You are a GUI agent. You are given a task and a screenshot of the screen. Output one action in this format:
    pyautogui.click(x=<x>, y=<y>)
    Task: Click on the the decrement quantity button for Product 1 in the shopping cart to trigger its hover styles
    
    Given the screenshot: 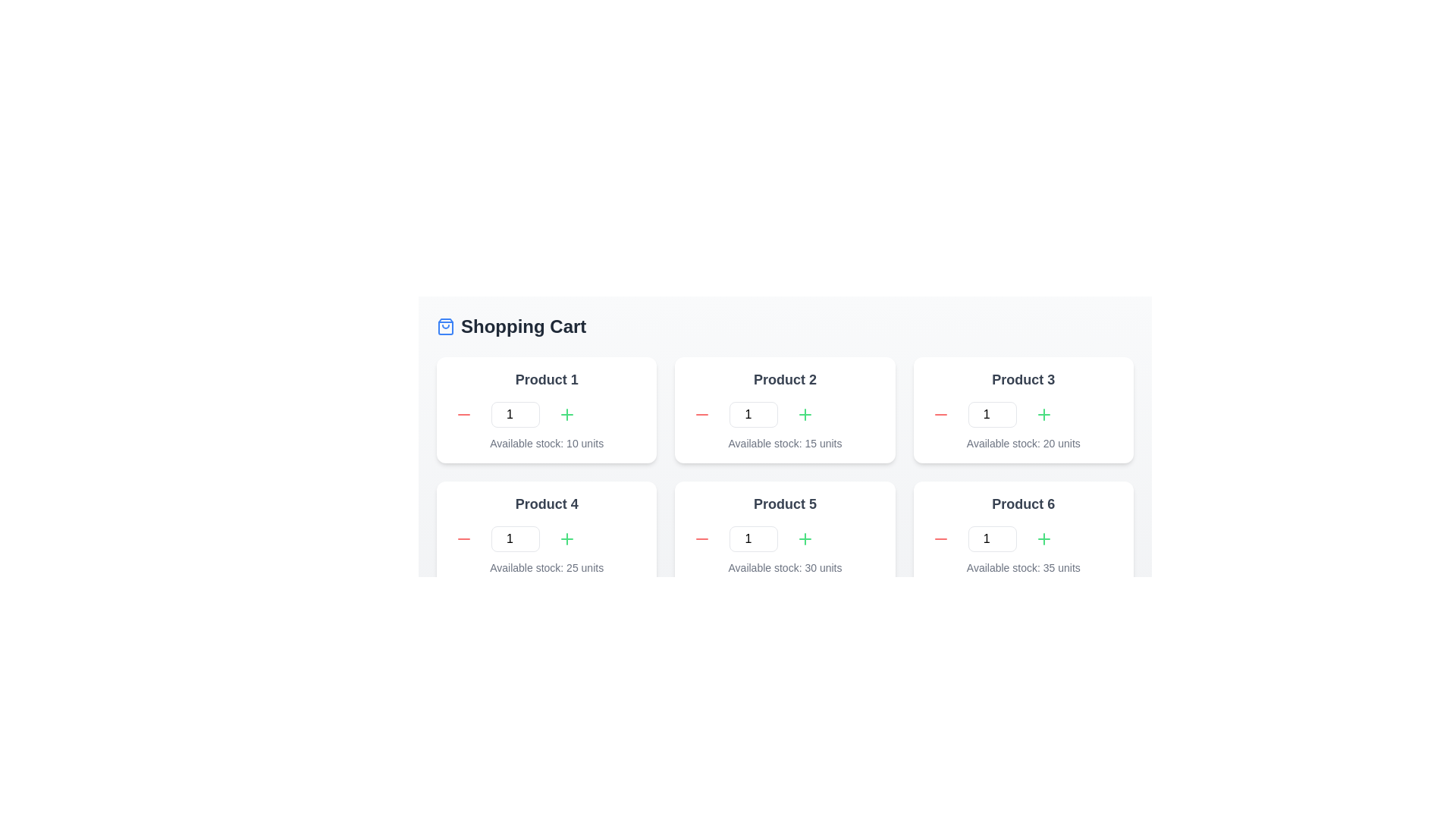 What is the action you would take?
    pyautogui.click(x=463, y=415)
    